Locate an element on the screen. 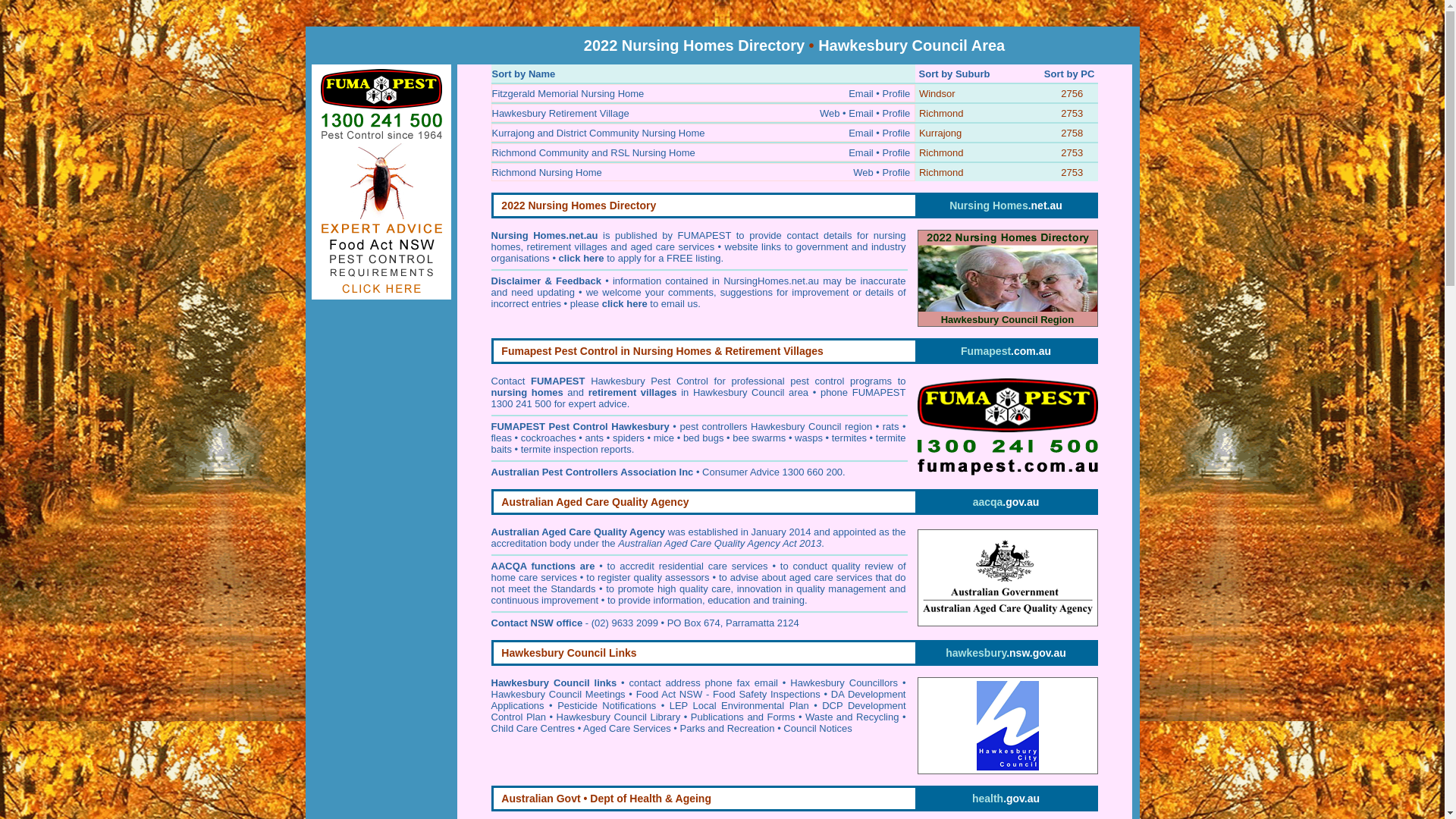  'Hawkesbury Council Library' is located at coordinates (619, 717).